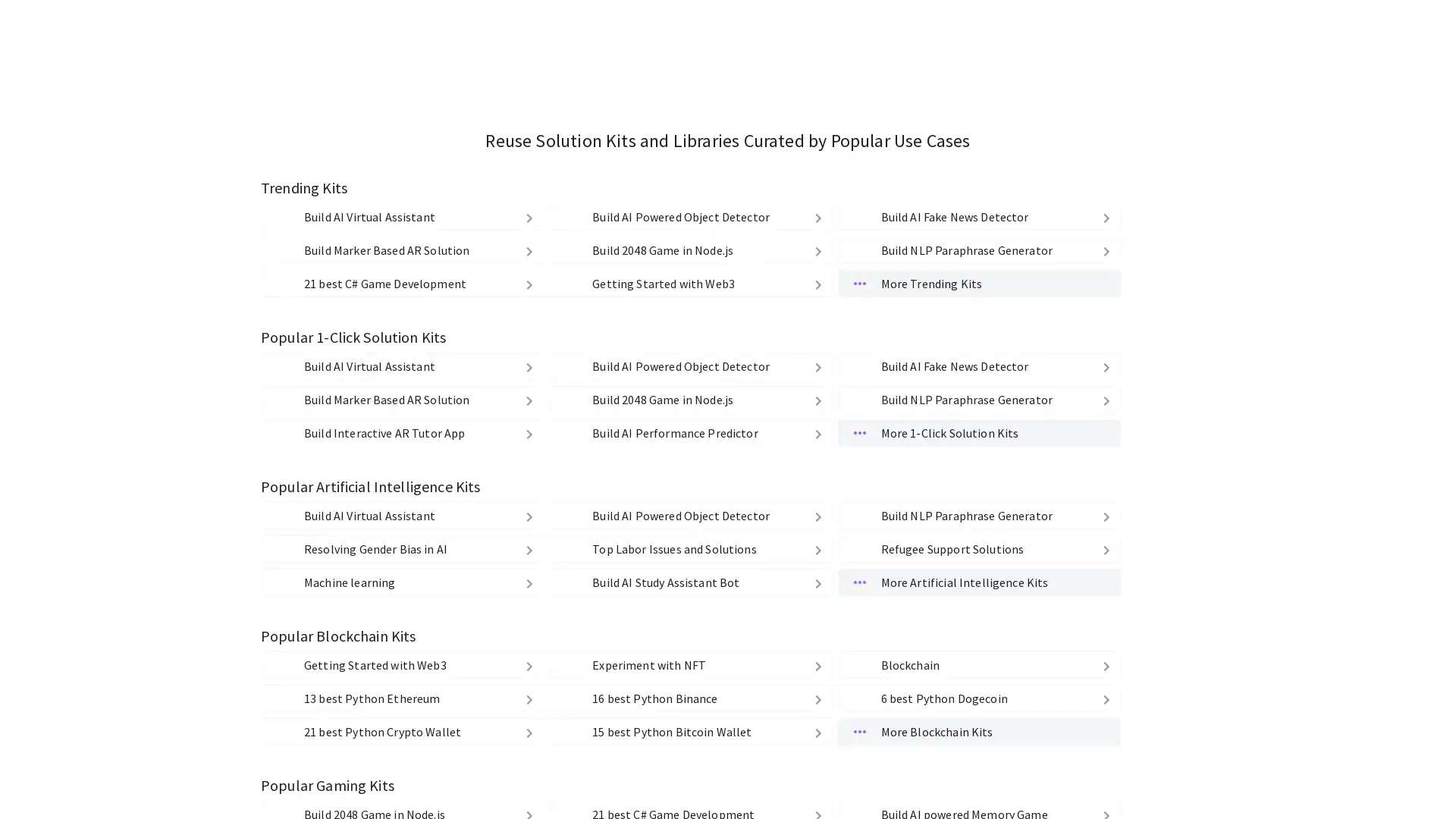  What do you see at coordinates (644, 447) in the screenshot?
I see `No License` at bounding box center [644, 447].